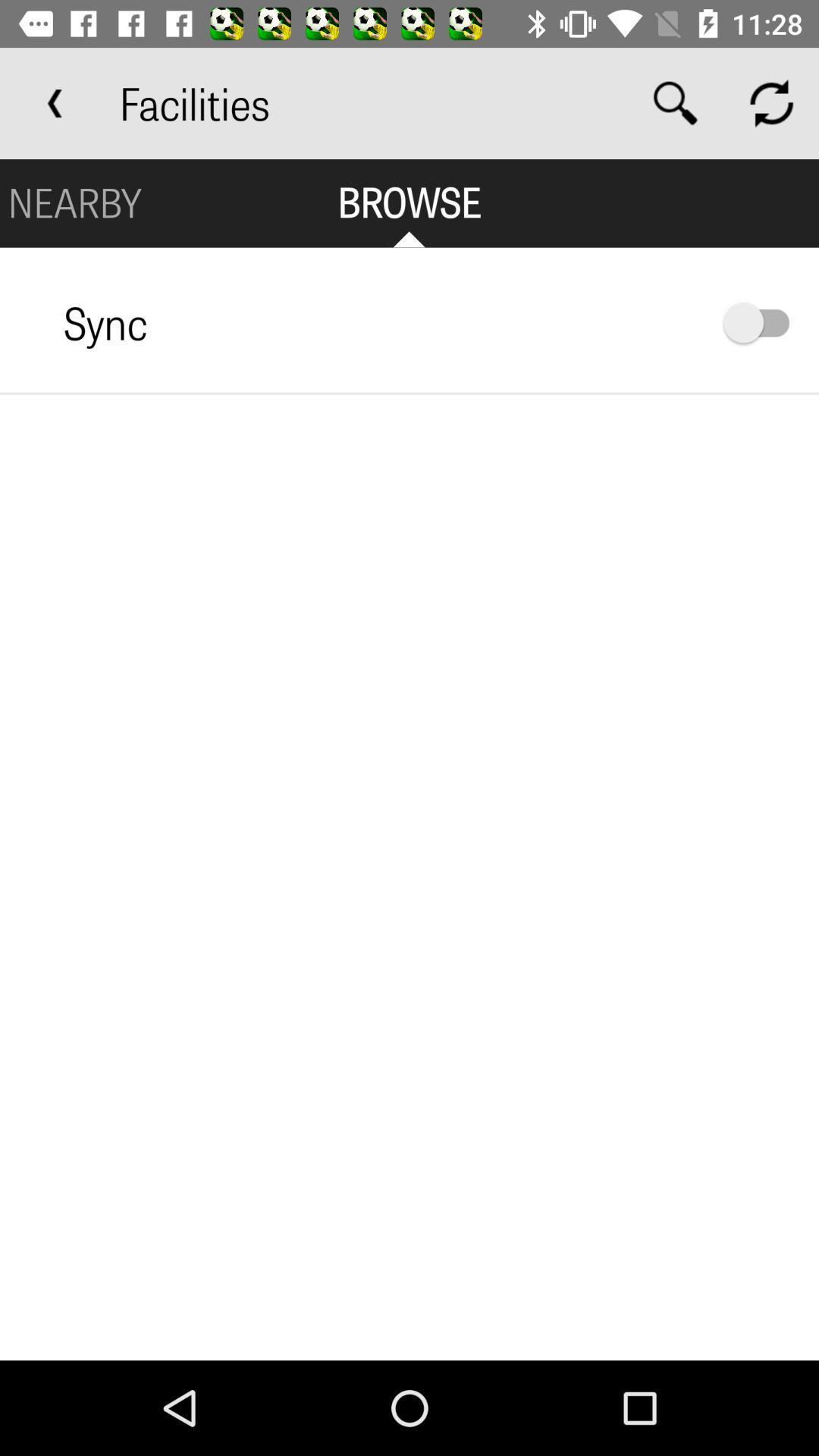 This screenshot has height=1456, width=819. I want to click on app next to the facilities app, so click(55, 102).